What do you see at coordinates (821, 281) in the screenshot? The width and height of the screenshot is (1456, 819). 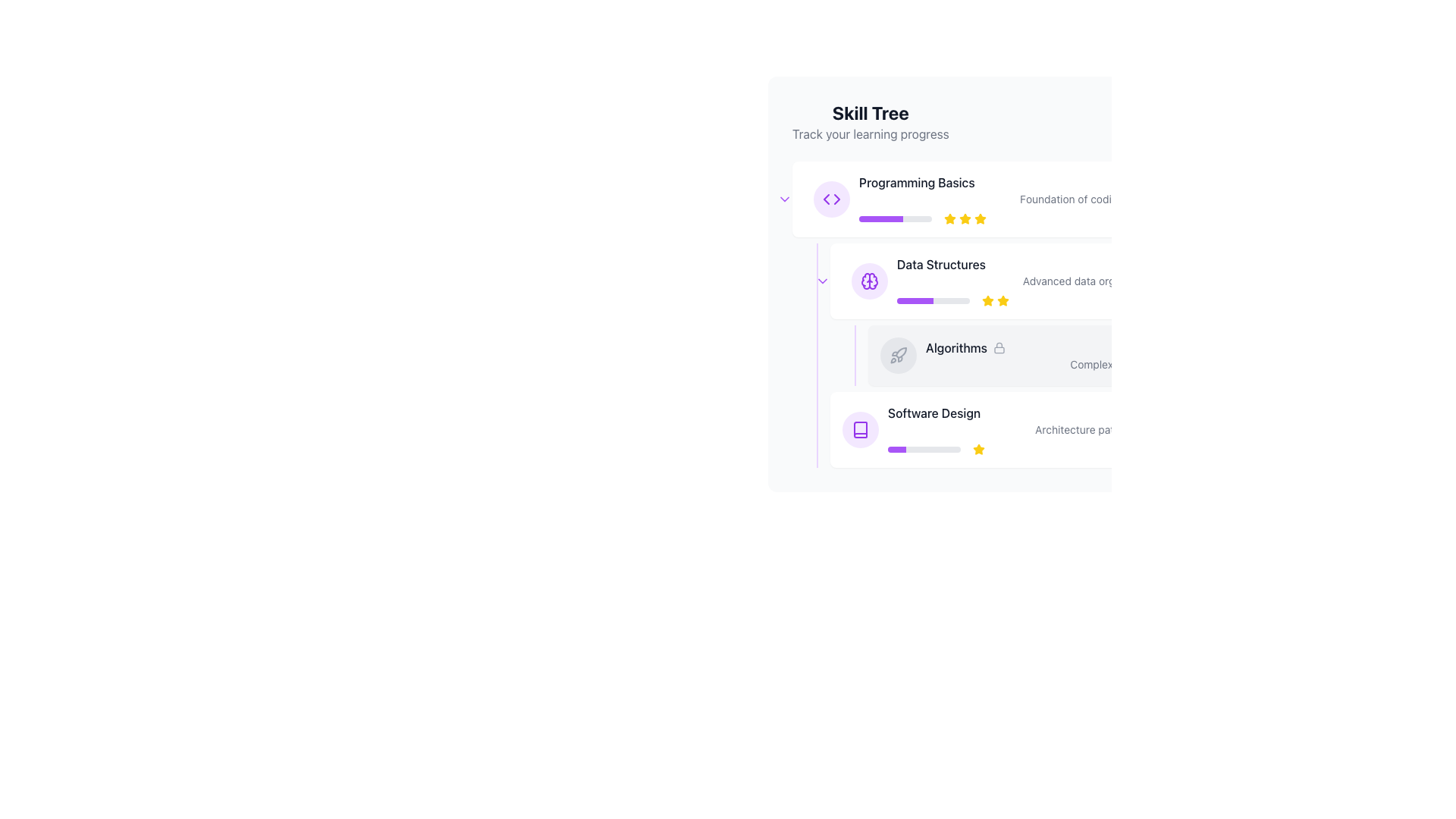 I see `the dropdown indicator` at bounding box center [821, 281].